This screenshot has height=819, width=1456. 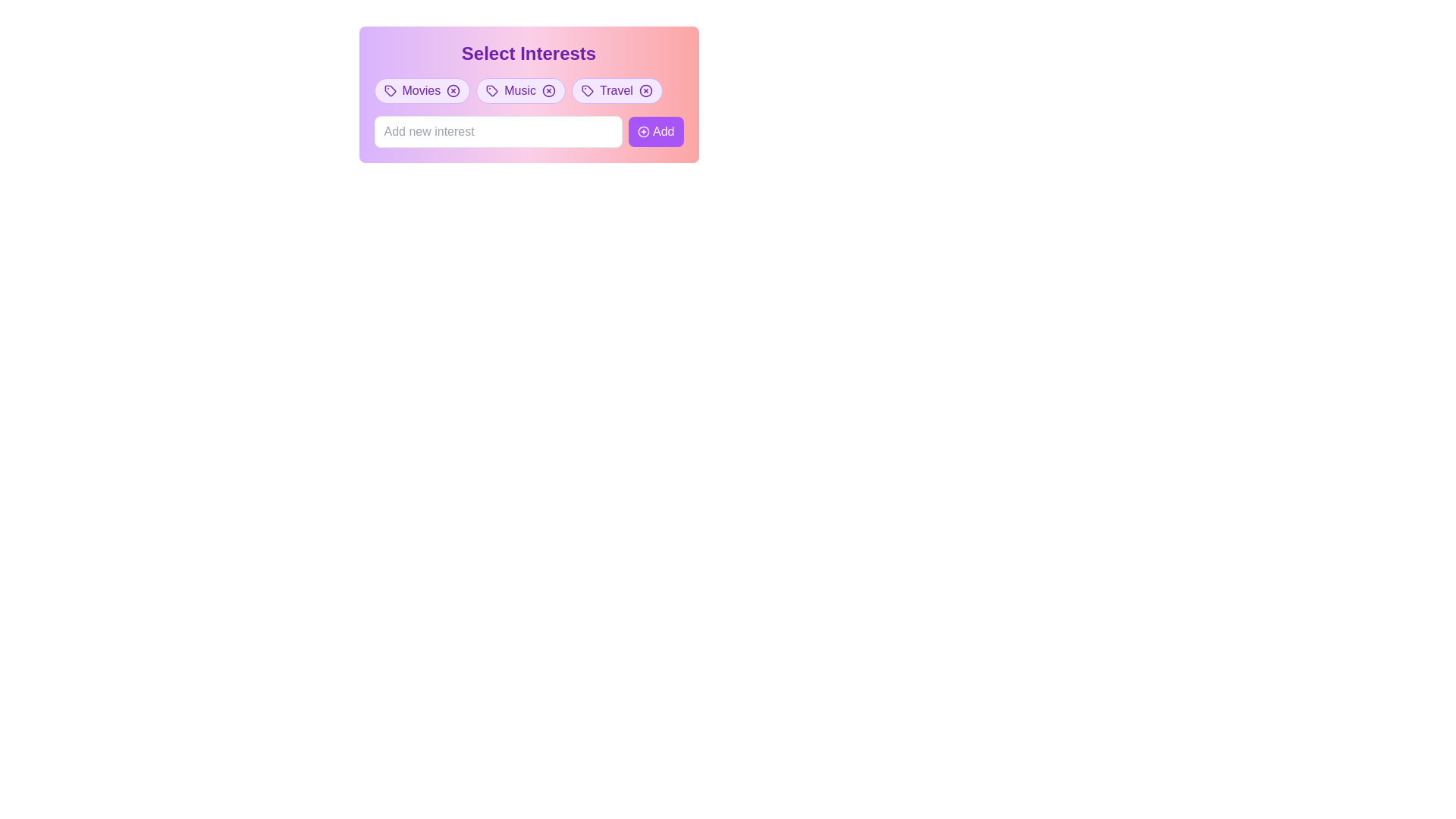 What do you see at coordinates (529, 90) in the screenshot?
I see `the 'Music' tag, which is the second tag in a horizontal layout of three tags (Movies, Music, Travel) with a purple background and rounded corners` at bounding box center [529, 90].